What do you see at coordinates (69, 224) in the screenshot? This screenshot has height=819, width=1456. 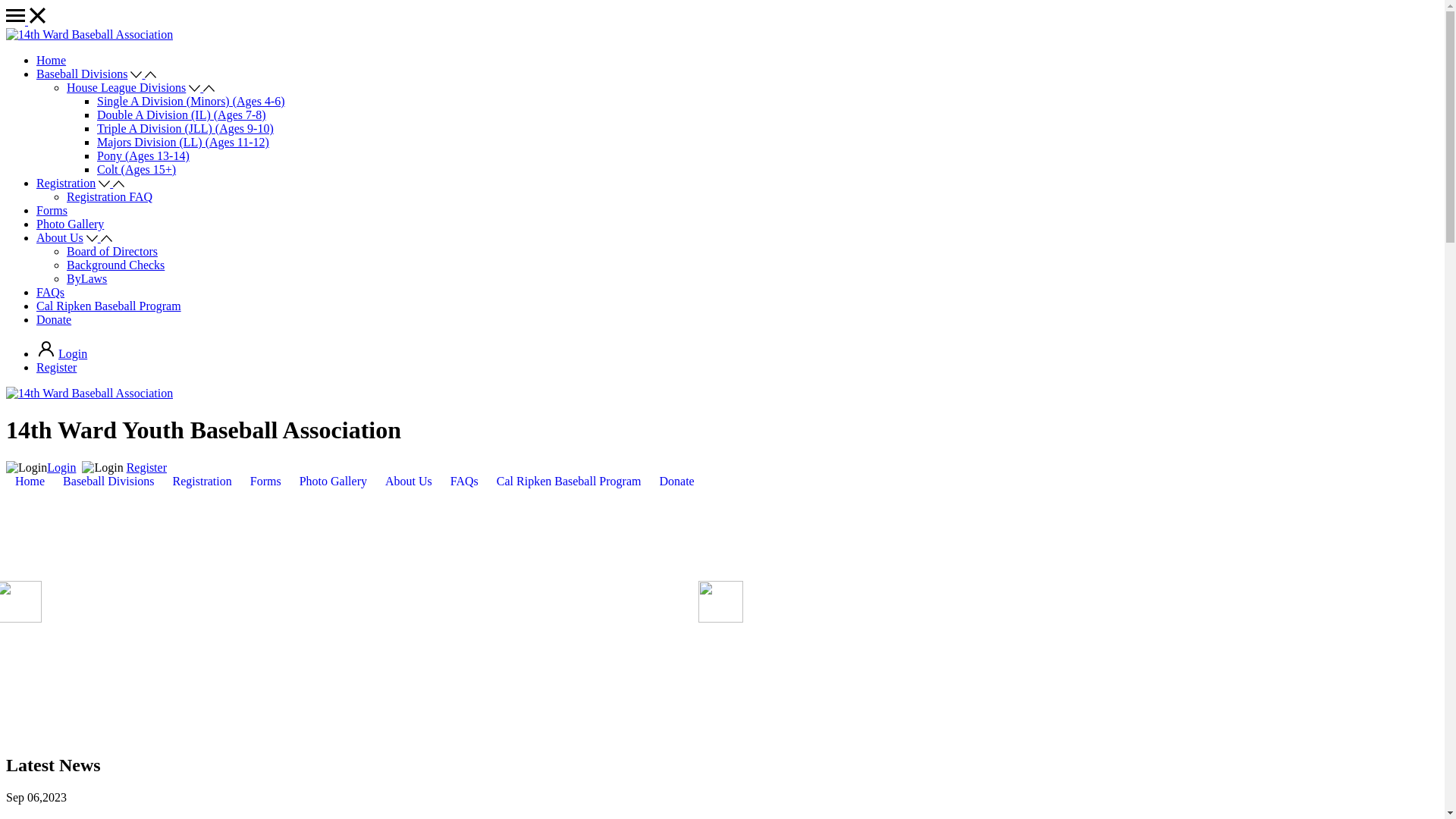 I see `'Photo Gallery'` at bounding box center [69, 224].